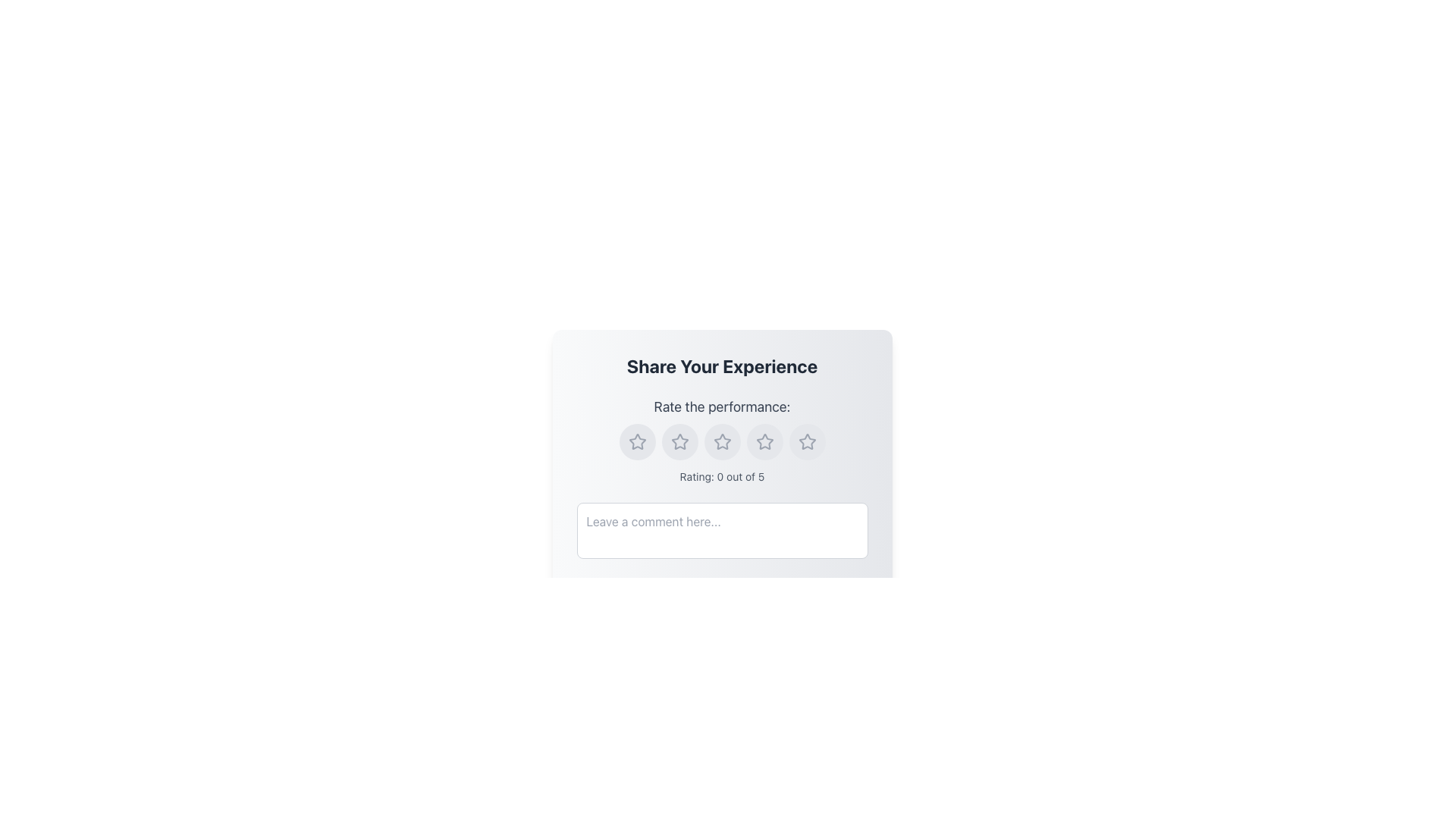  What do you see at coordinates (721, 441) in the screenshot?
I see `the star in the rating widget located beneath the text 'Rate the performance:'` at bounding box center [721, 441].